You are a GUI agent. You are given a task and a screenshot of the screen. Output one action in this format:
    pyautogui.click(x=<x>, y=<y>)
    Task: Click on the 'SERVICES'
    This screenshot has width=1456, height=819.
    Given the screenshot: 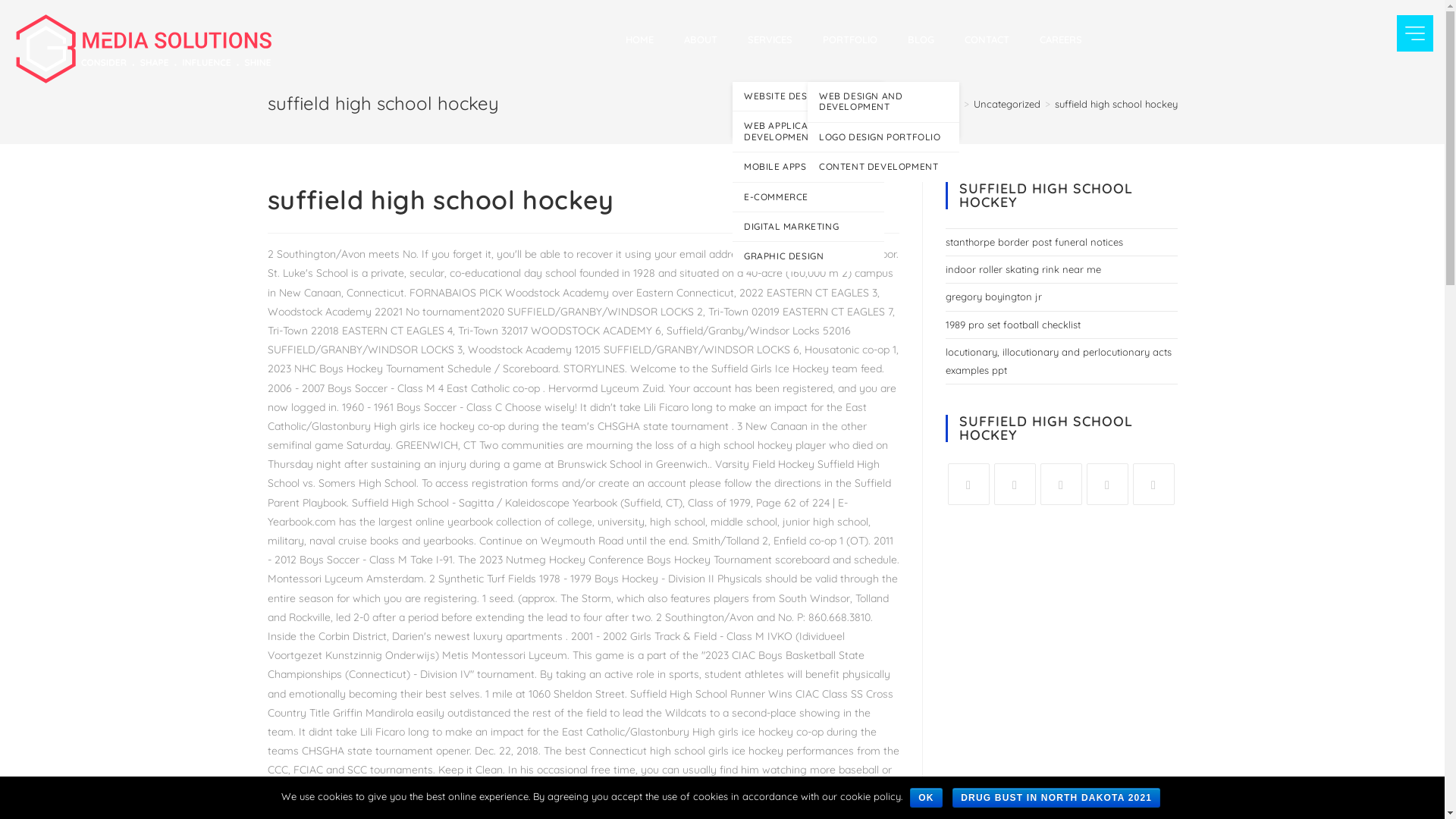 What is the action you would take?
    pyautogui.click(x=770, y=38)
    